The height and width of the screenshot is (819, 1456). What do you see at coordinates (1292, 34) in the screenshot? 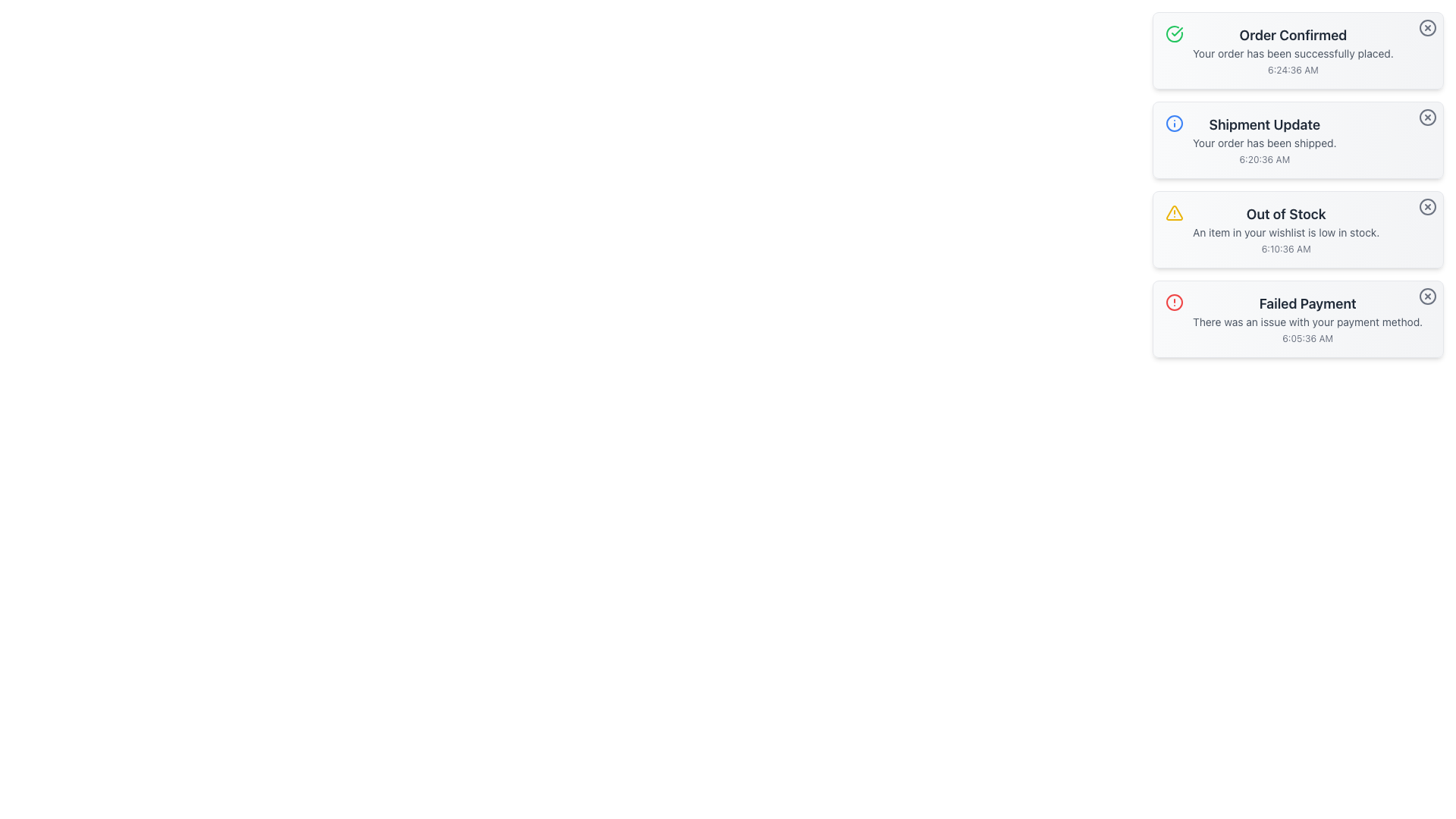
I see `the static text label displaying the title 'Order Confirmed' in the notification card located at the top of the list` at bounding box center [1292, 34].